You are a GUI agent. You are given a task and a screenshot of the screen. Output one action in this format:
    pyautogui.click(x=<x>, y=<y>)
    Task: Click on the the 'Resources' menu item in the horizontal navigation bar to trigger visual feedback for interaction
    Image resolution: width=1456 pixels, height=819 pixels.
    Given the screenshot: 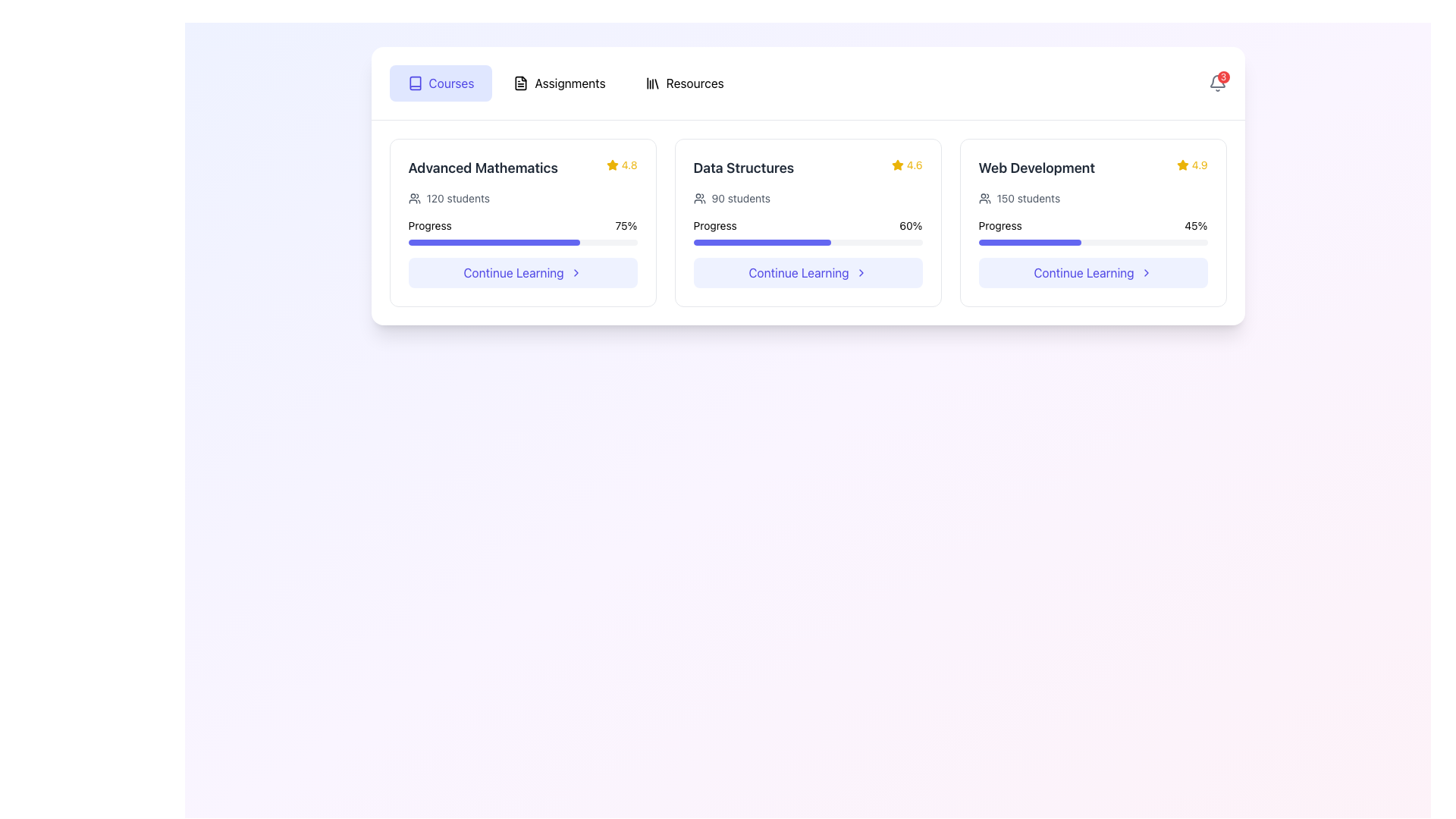 What is the action you would take?
    pyautogui.click(x=683, y=83)
    